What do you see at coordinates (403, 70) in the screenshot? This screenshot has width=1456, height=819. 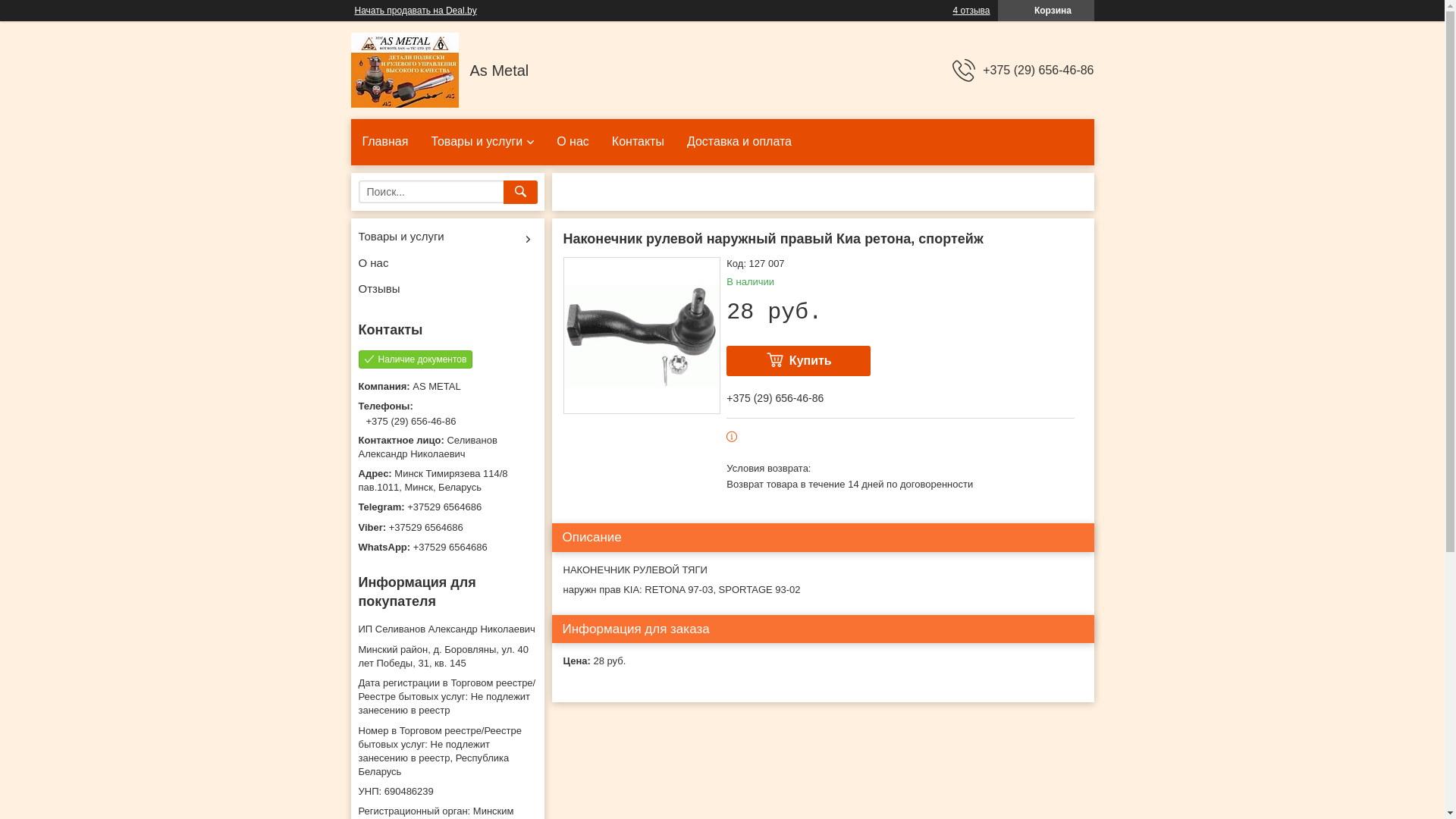 I see `'AS METAL'` at bounding box center [403, 70].